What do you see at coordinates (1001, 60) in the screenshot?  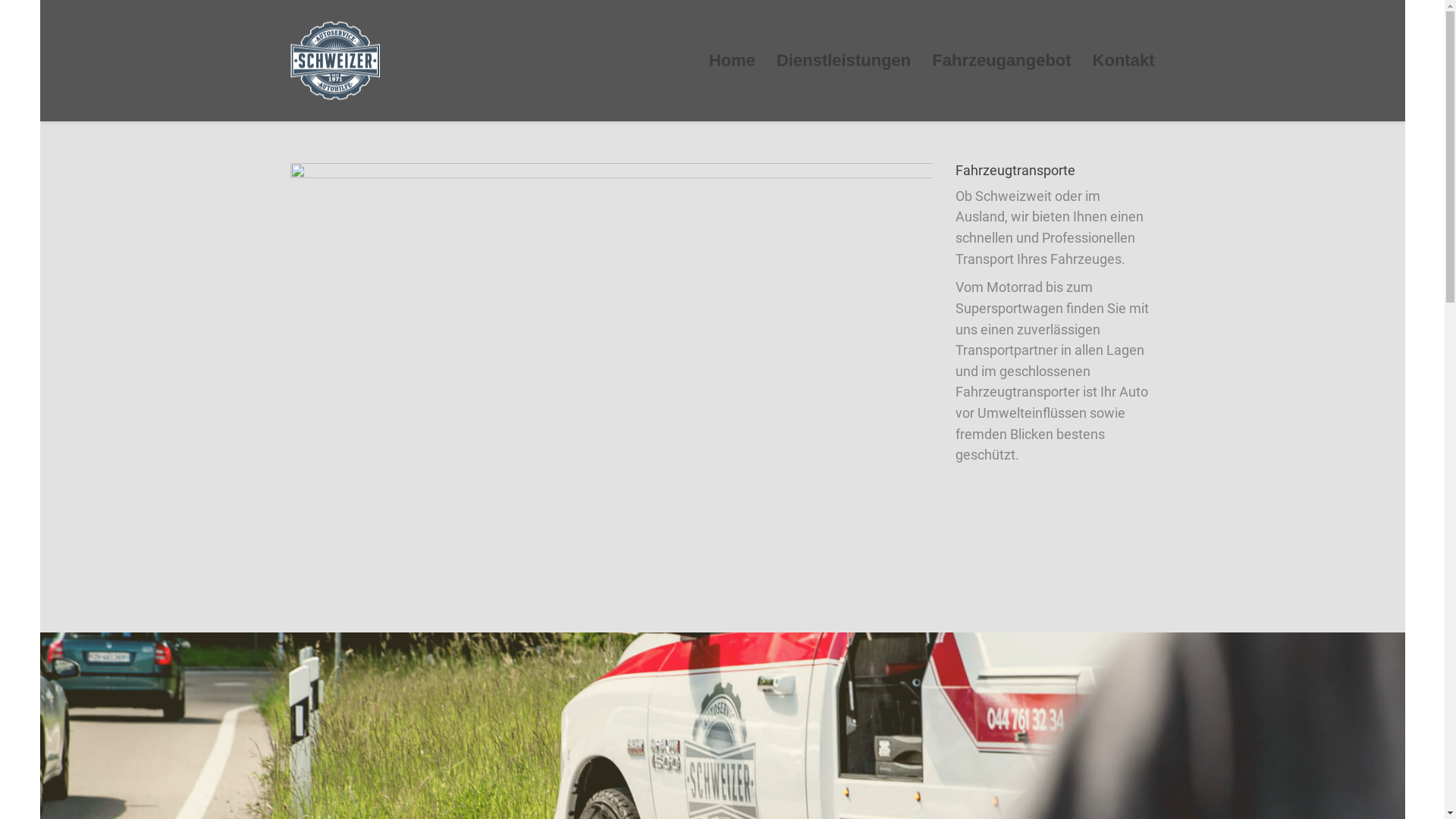 I see `'Fahrzeugangebot'` at bounding box center [1001, 60].